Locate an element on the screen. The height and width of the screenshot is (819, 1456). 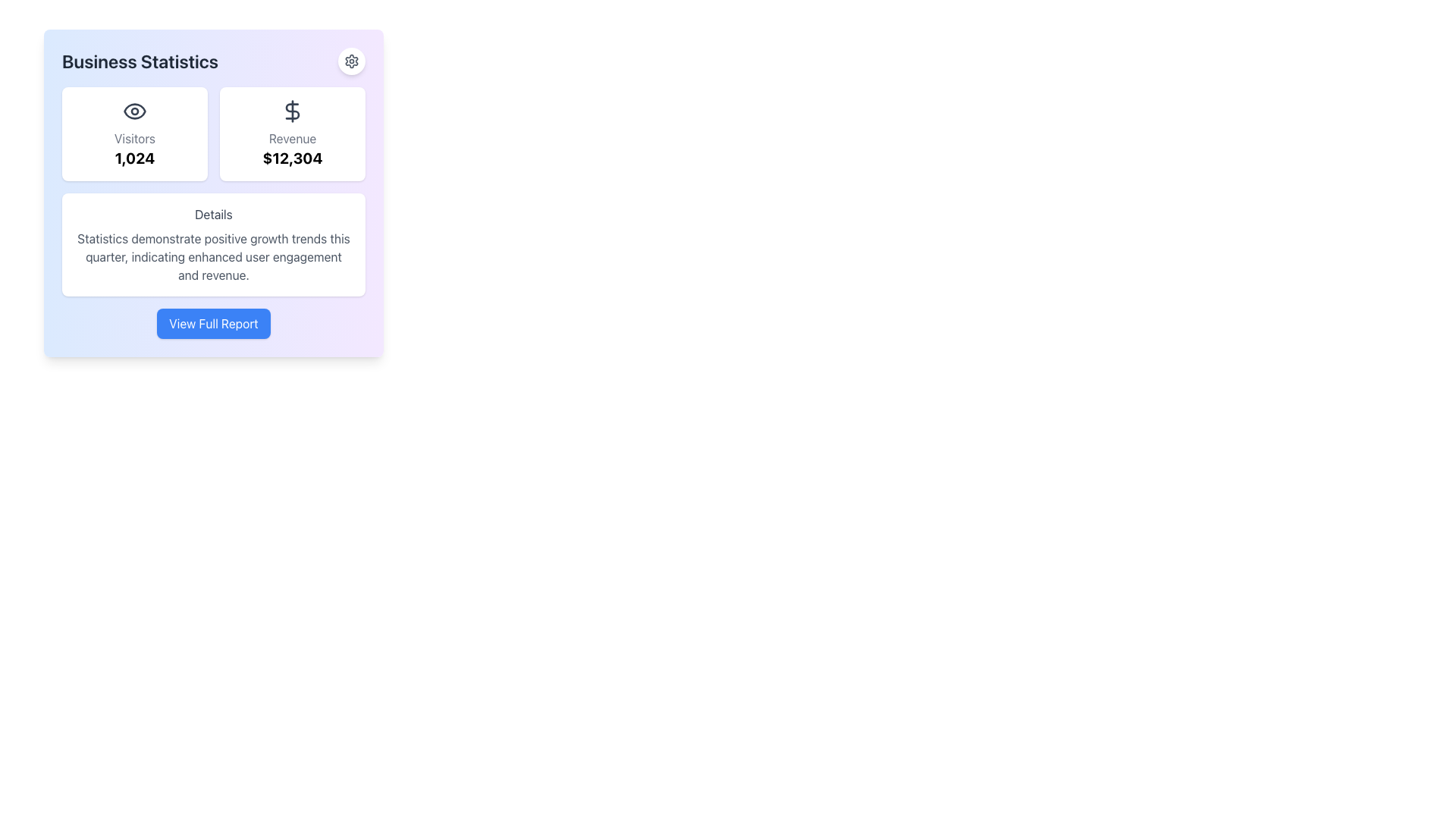
the Text Block located below the 'Details' heading, which displays information about positive growth trends is located at coordinates (213, 256).